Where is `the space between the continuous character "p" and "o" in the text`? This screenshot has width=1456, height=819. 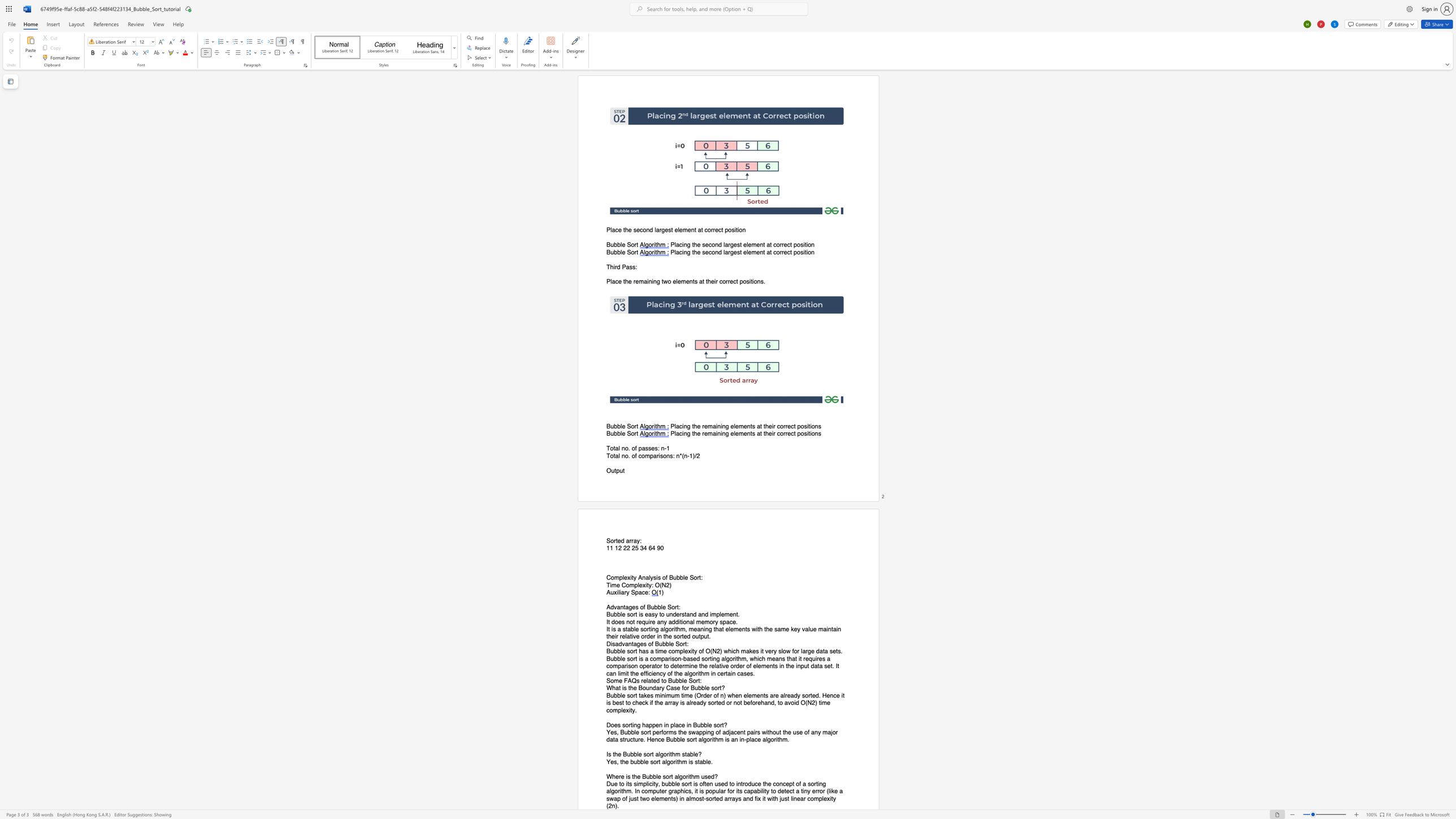
the space between the continuous character "p" and "o" in the text is located at coordinates (708, 791).